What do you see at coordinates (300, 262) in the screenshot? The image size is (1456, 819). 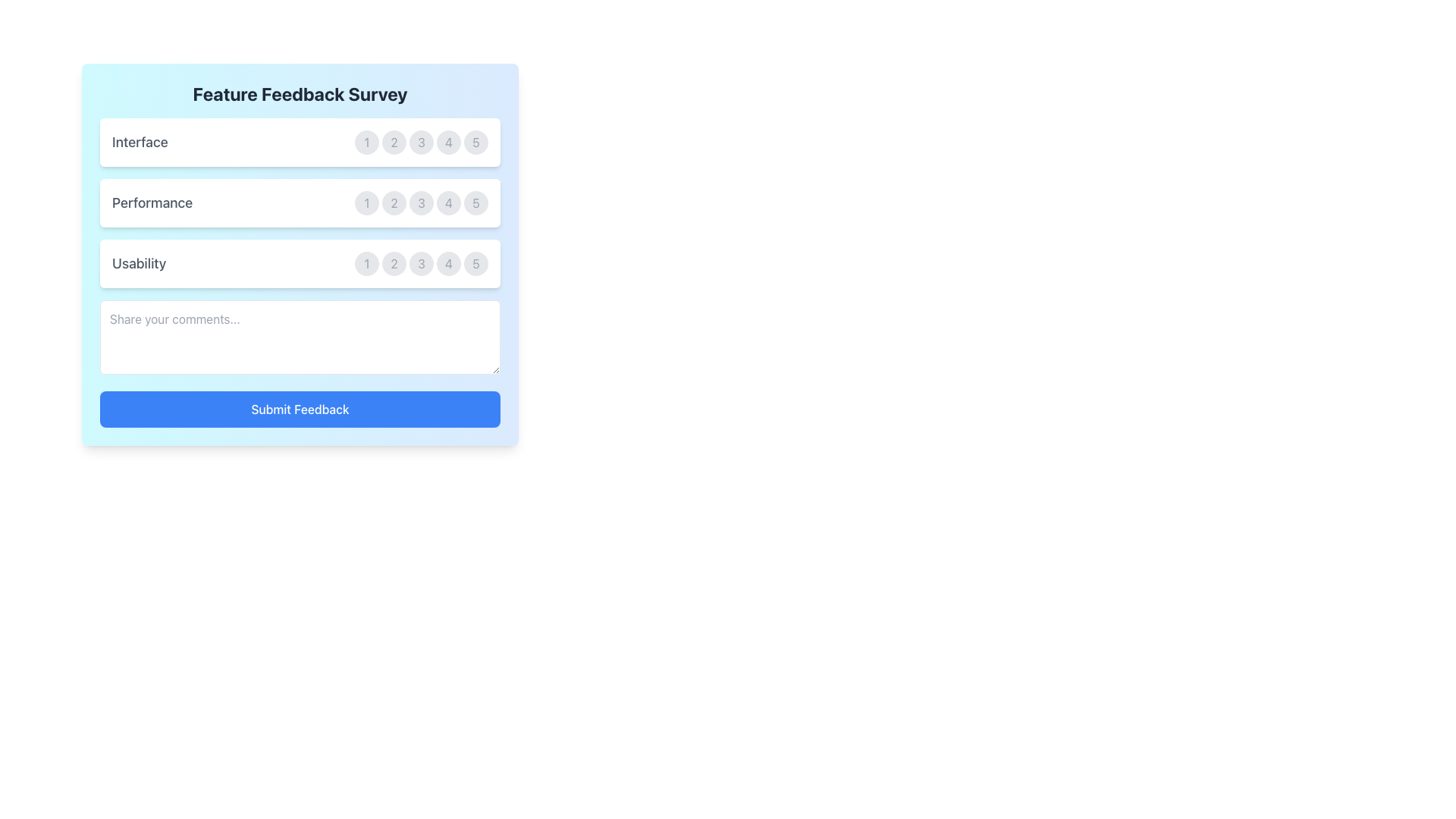 I see `the circular buttons of the Usability rating item group, which is the third feedback category in the vertical feedback form` at bounding box center [300, 262].